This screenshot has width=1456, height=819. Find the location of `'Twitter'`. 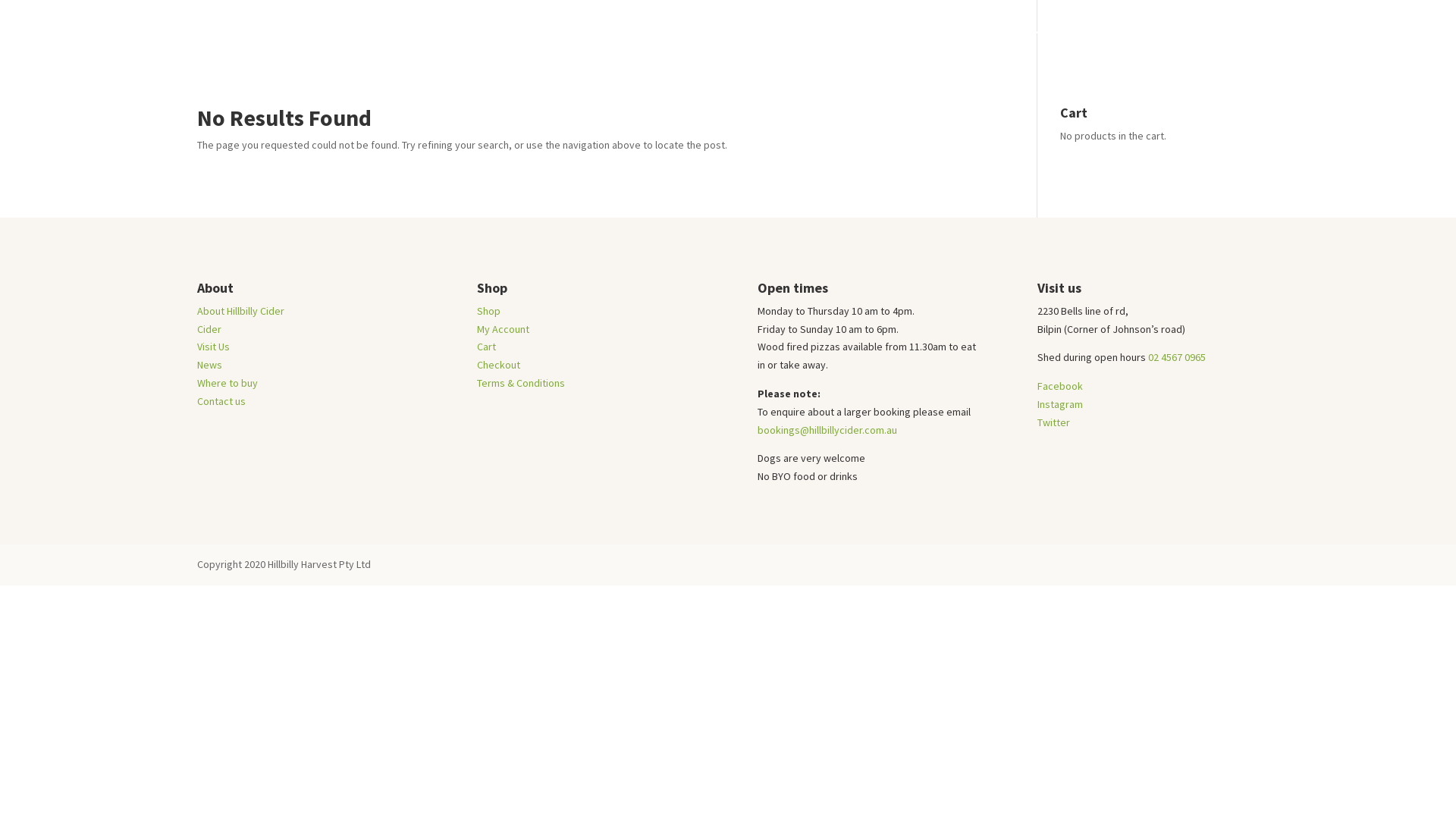

'Twitter' is located at coordinates (1053, 422).